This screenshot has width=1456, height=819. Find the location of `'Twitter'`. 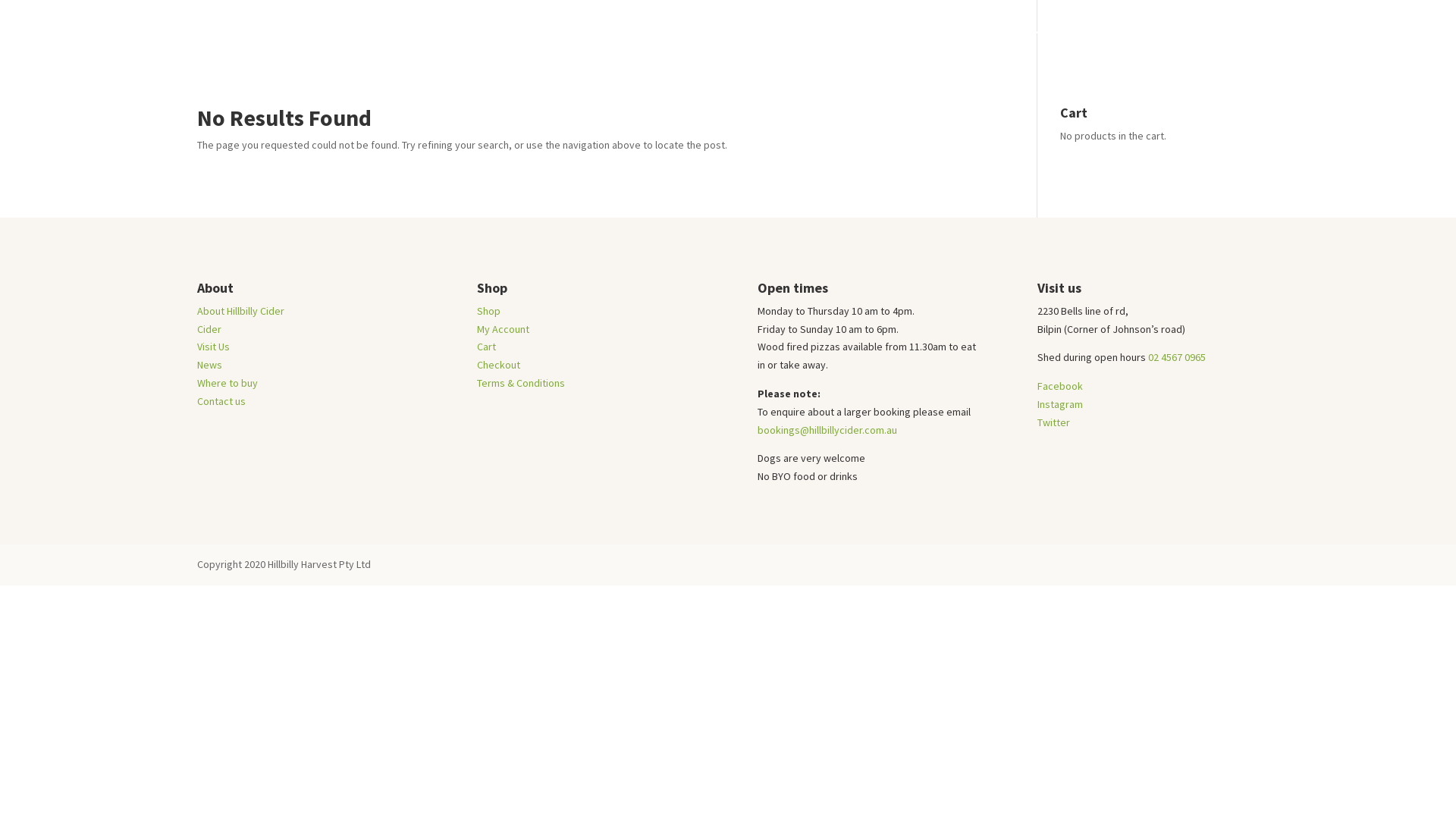

'Twitter' is located at coordinates (1053, 422).